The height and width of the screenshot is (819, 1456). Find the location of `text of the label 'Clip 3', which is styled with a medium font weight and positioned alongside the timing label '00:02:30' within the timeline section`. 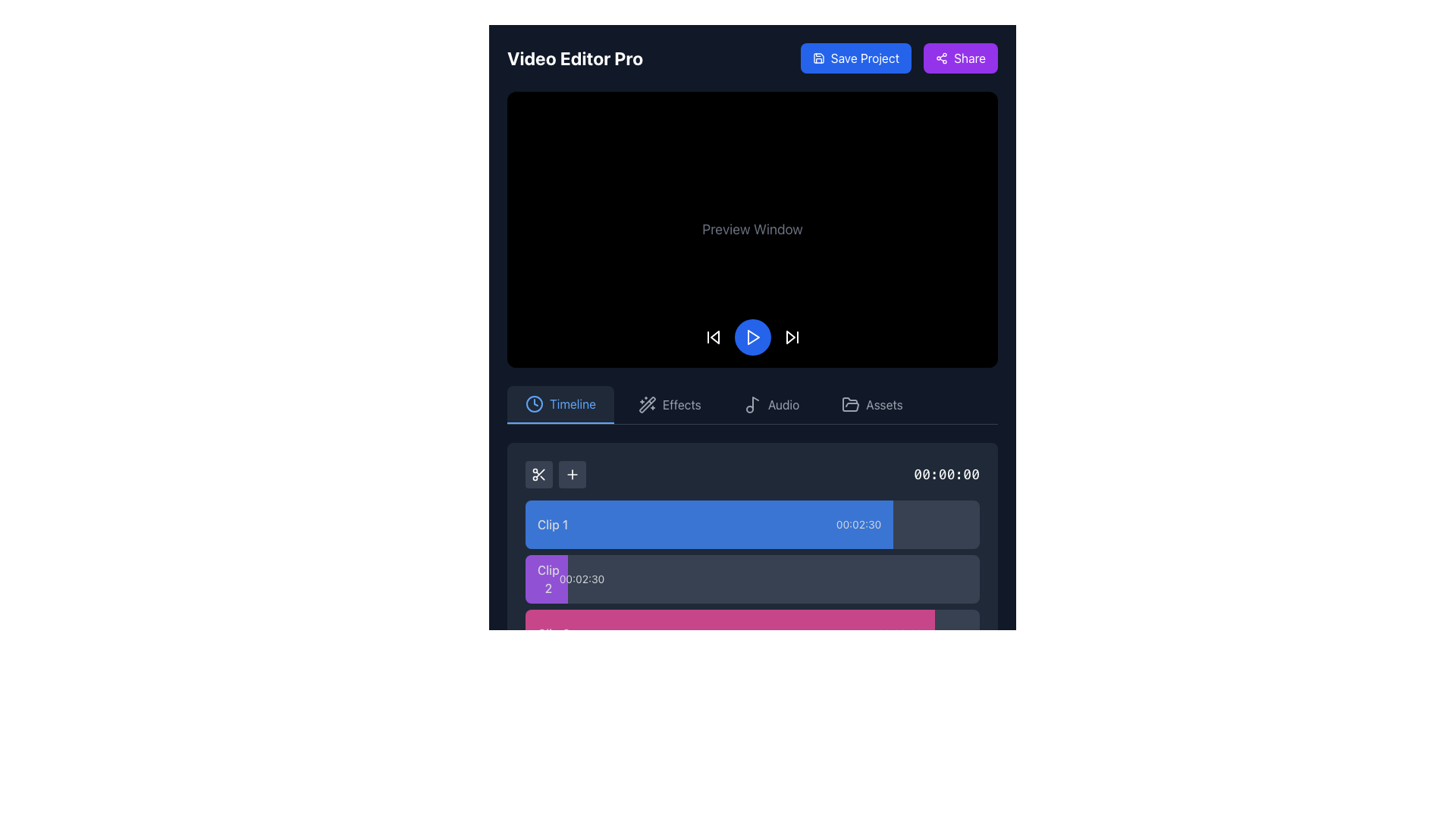

text of the label 'Clip 3', which is styled with a medium font weight and positioned alongside the timing label '00:02:30' within the timeline section is located at coordinates (553, 633).